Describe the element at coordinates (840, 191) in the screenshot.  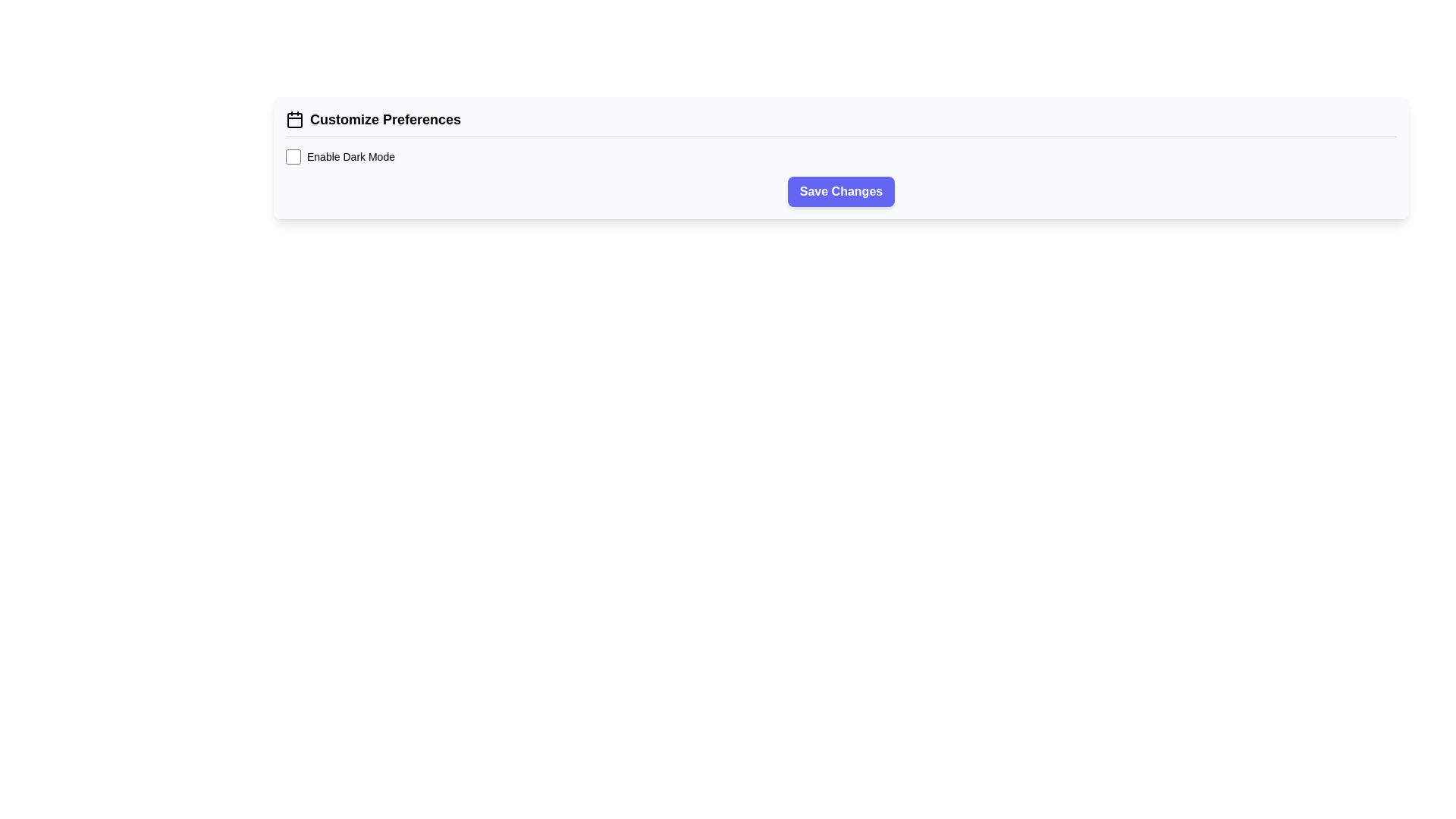
I see `the save changes button located below the 'Enable Dark Mode' toggle option` at that location.